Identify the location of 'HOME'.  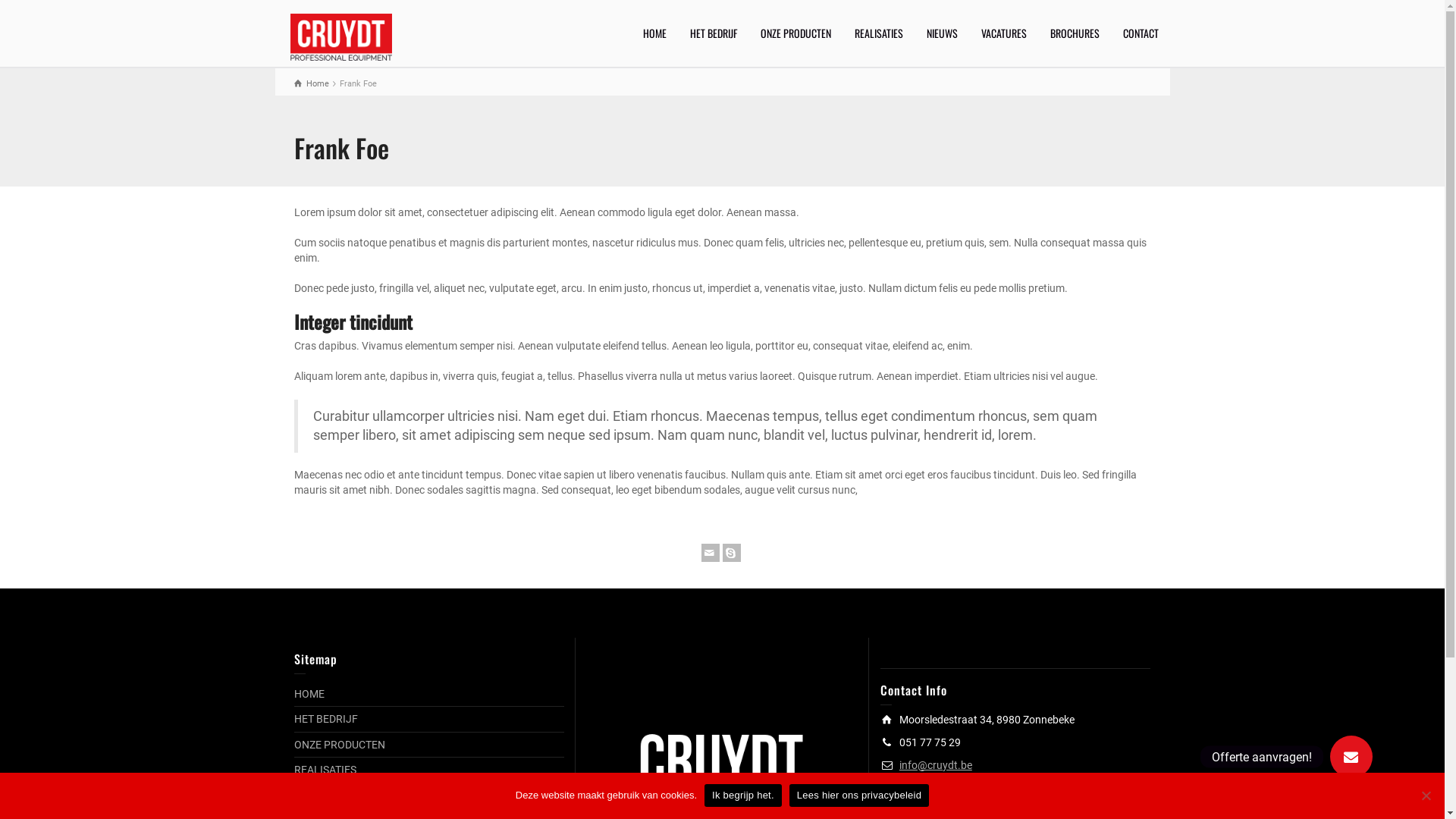
(654, 33).